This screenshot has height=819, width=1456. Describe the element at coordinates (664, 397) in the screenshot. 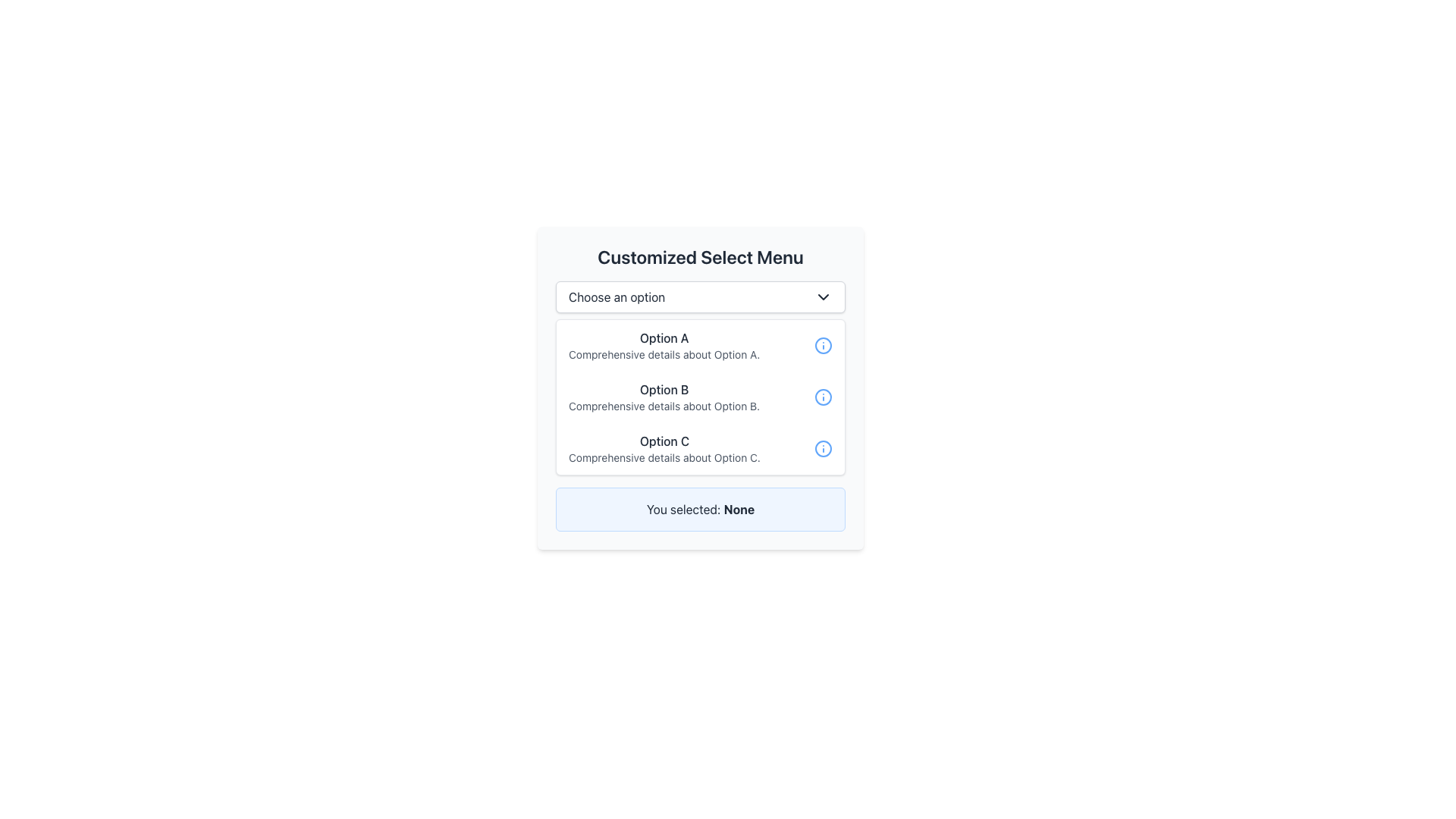

I see `to select 'Option B', the second item in a vertical list of options` at that location.